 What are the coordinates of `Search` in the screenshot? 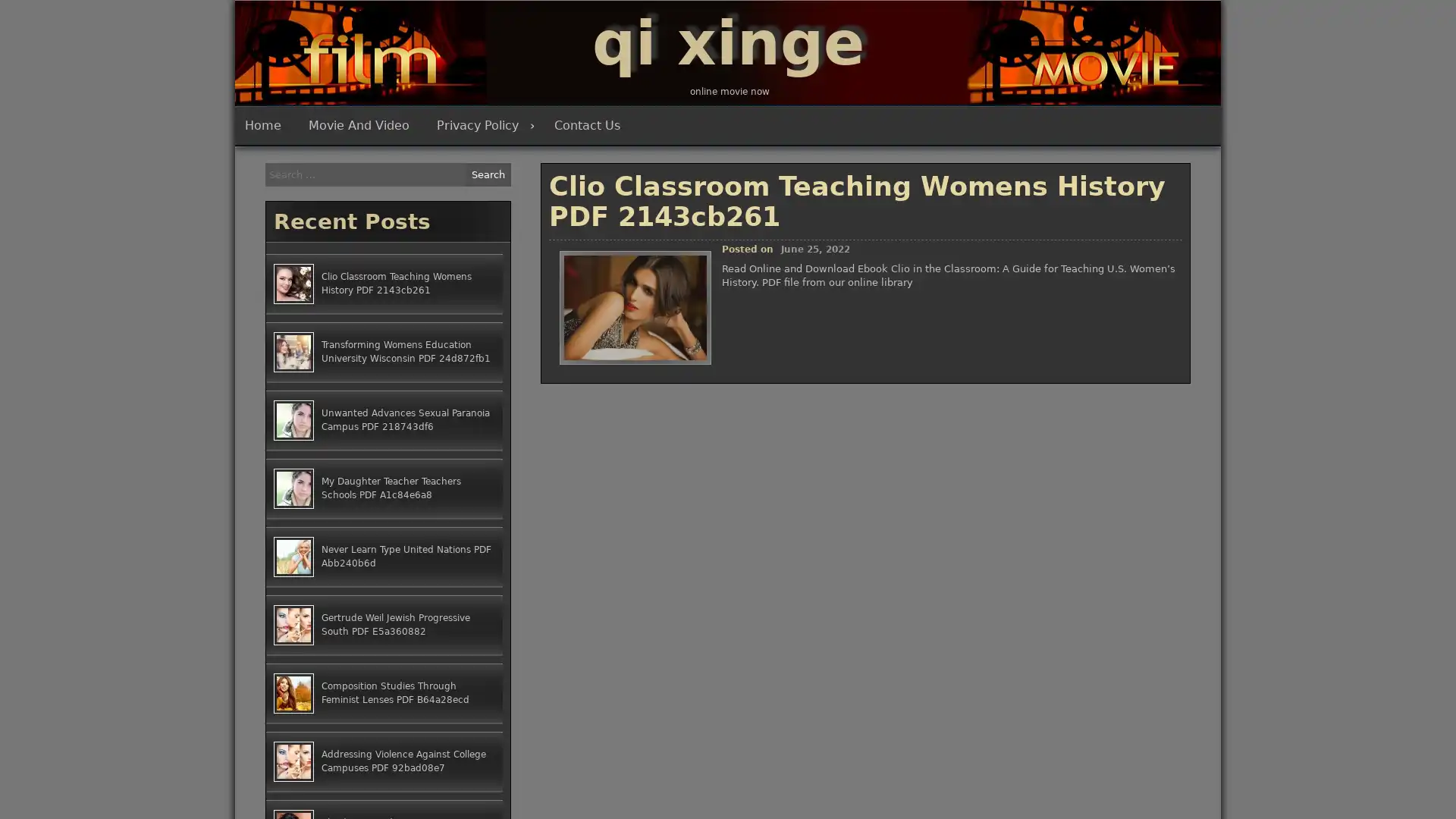 It's located at (488, 174).